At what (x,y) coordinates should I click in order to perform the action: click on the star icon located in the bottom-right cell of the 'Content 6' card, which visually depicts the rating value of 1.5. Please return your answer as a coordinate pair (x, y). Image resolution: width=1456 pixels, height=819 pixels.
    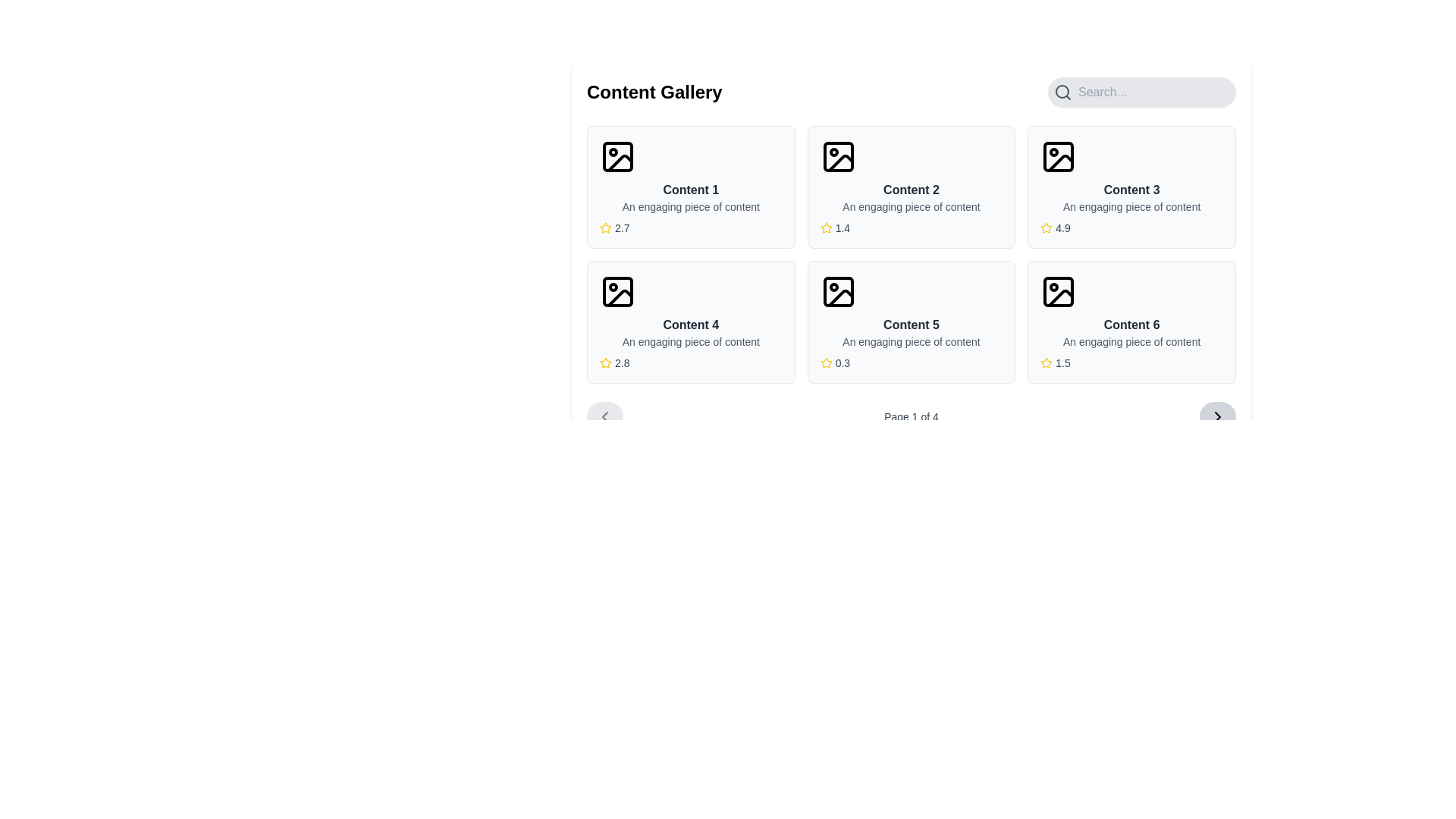
    Looking at the image, I should click on (1046, 362).